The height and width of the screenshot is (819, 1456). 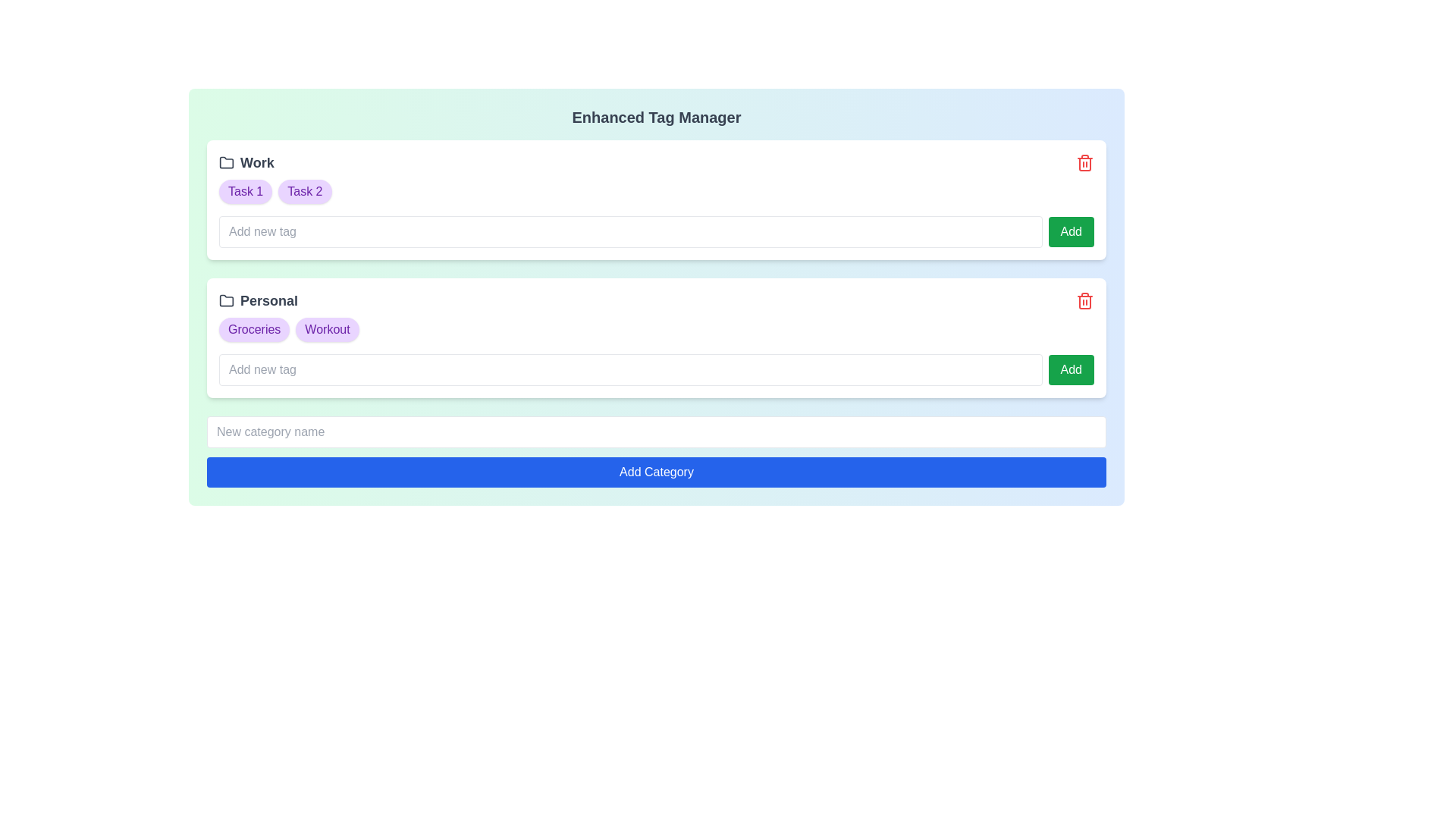 I want to click on the 'Add Category' button, which is a vibrant blue rectangular button with white text, located at the bottom of the form section, so click(x=656, y=472).